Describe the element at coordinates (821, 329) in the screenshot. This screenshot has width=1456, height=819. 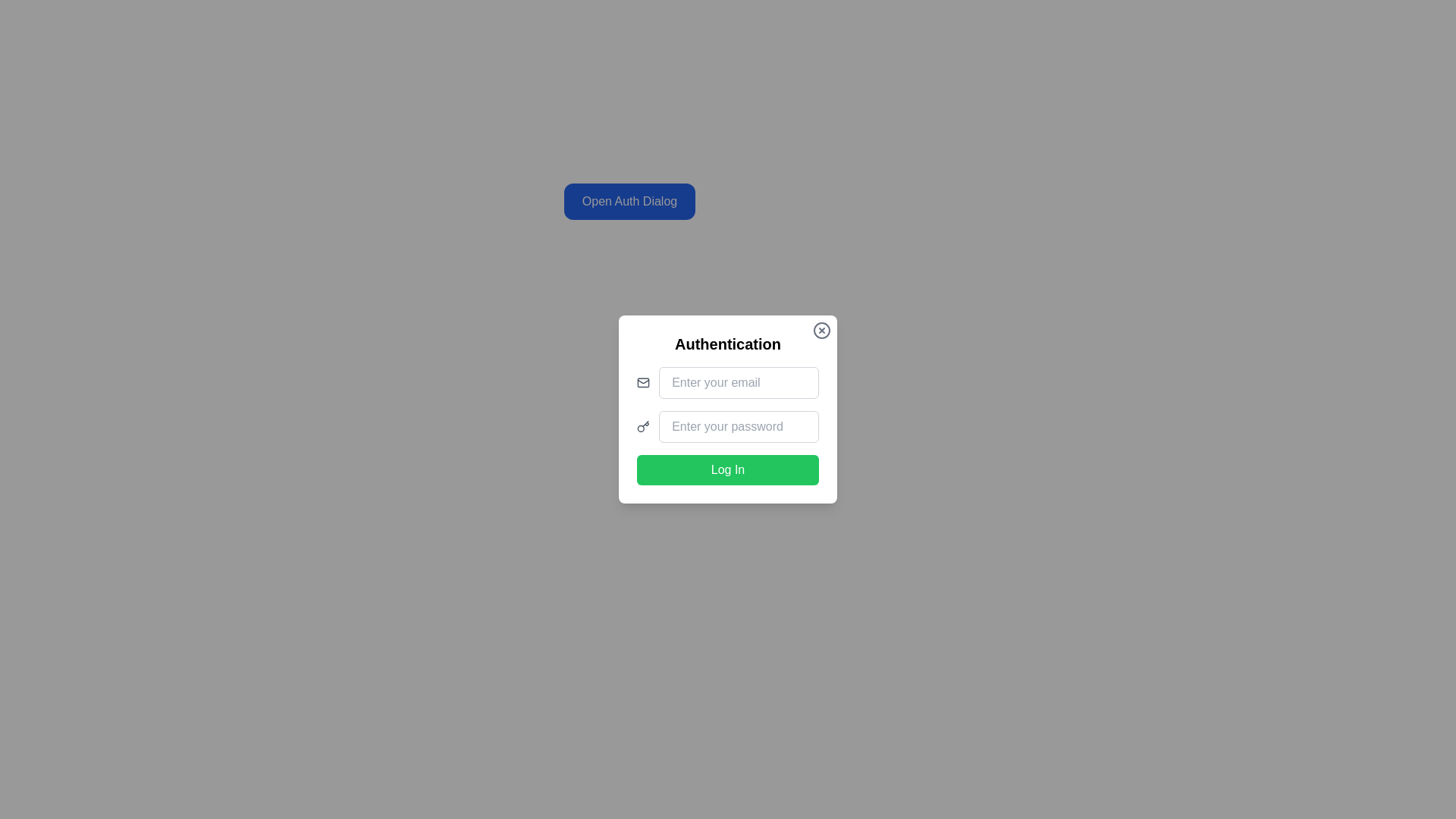
I see `the interactive button with a gray border and 'X' shape located at the top-right corner of the 'Authentication' dialog box` at that location.